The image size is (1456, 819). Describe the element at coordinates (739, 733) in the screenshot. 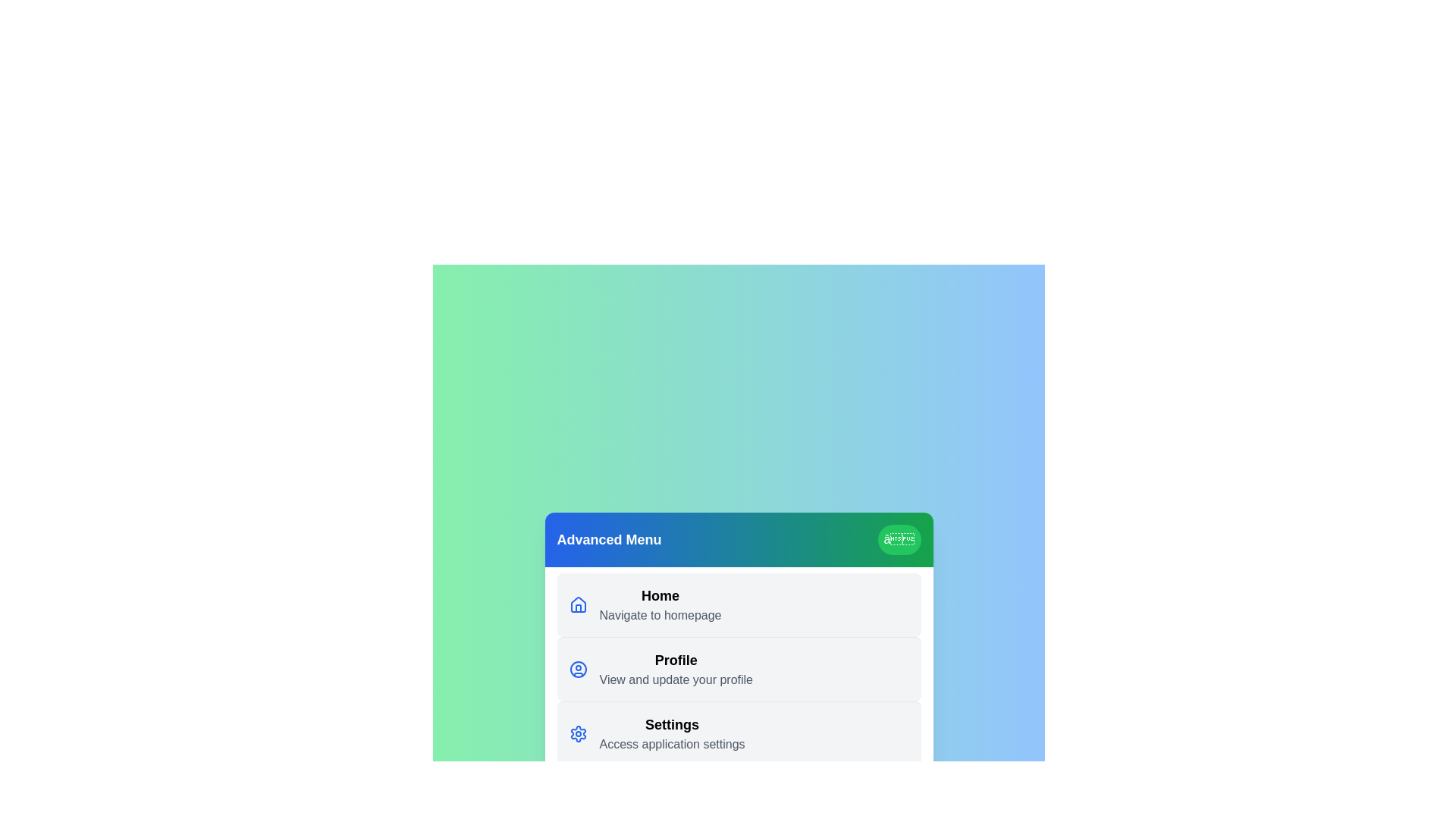

I see `the menu item Settings from the list` at that location.